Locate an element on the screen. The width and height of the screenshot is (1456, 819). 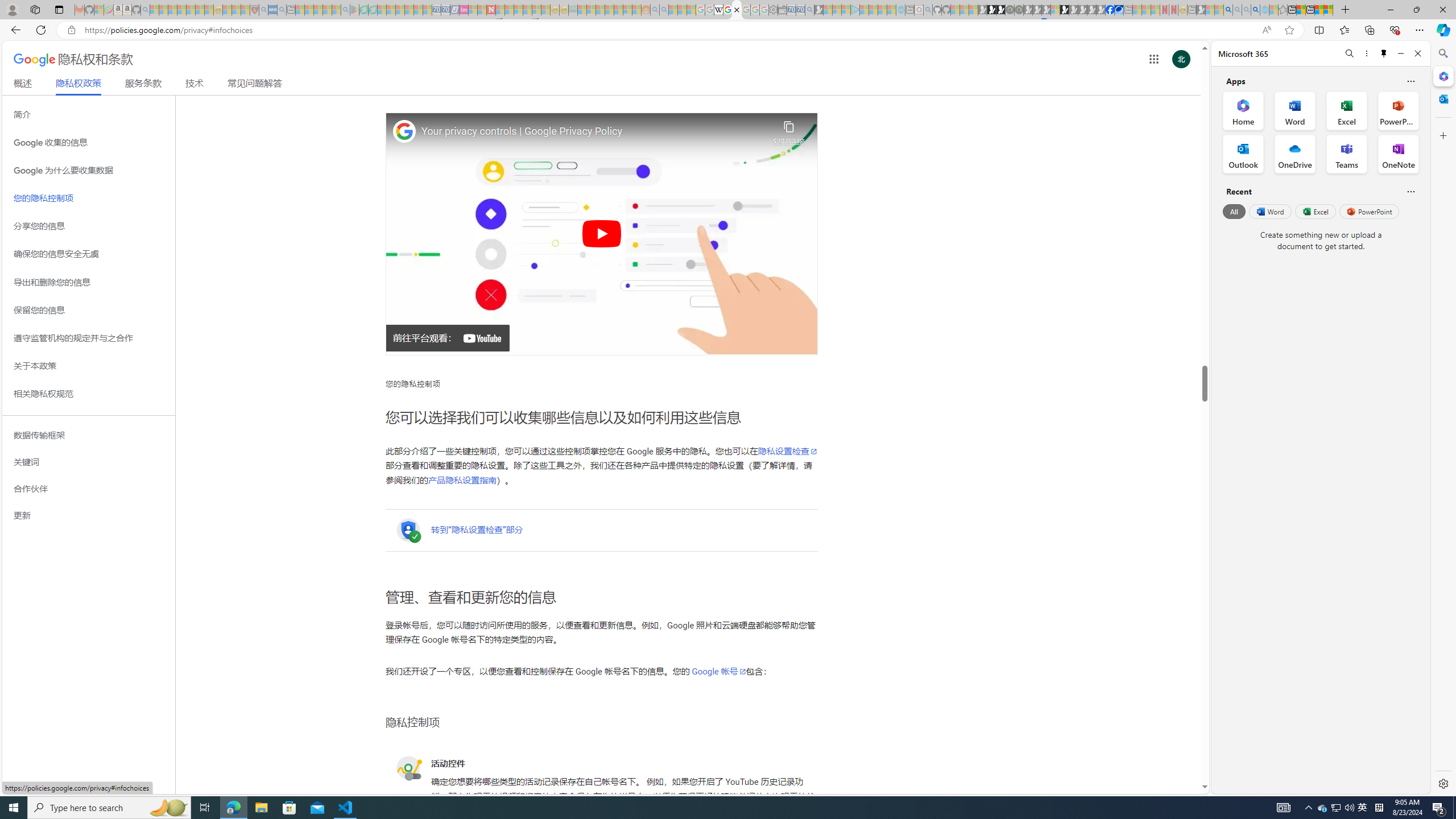
'Excel' is located at coordinates (1314, 211).